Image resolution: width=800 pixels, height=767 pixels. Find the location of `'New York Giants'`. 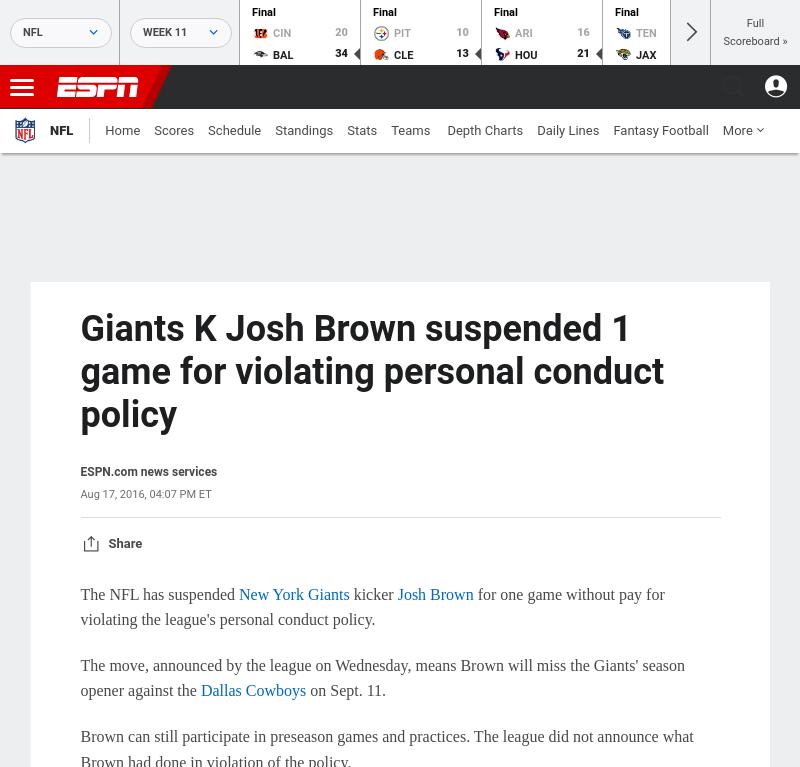

'New York Giants' is located at coordinates (294, 592).